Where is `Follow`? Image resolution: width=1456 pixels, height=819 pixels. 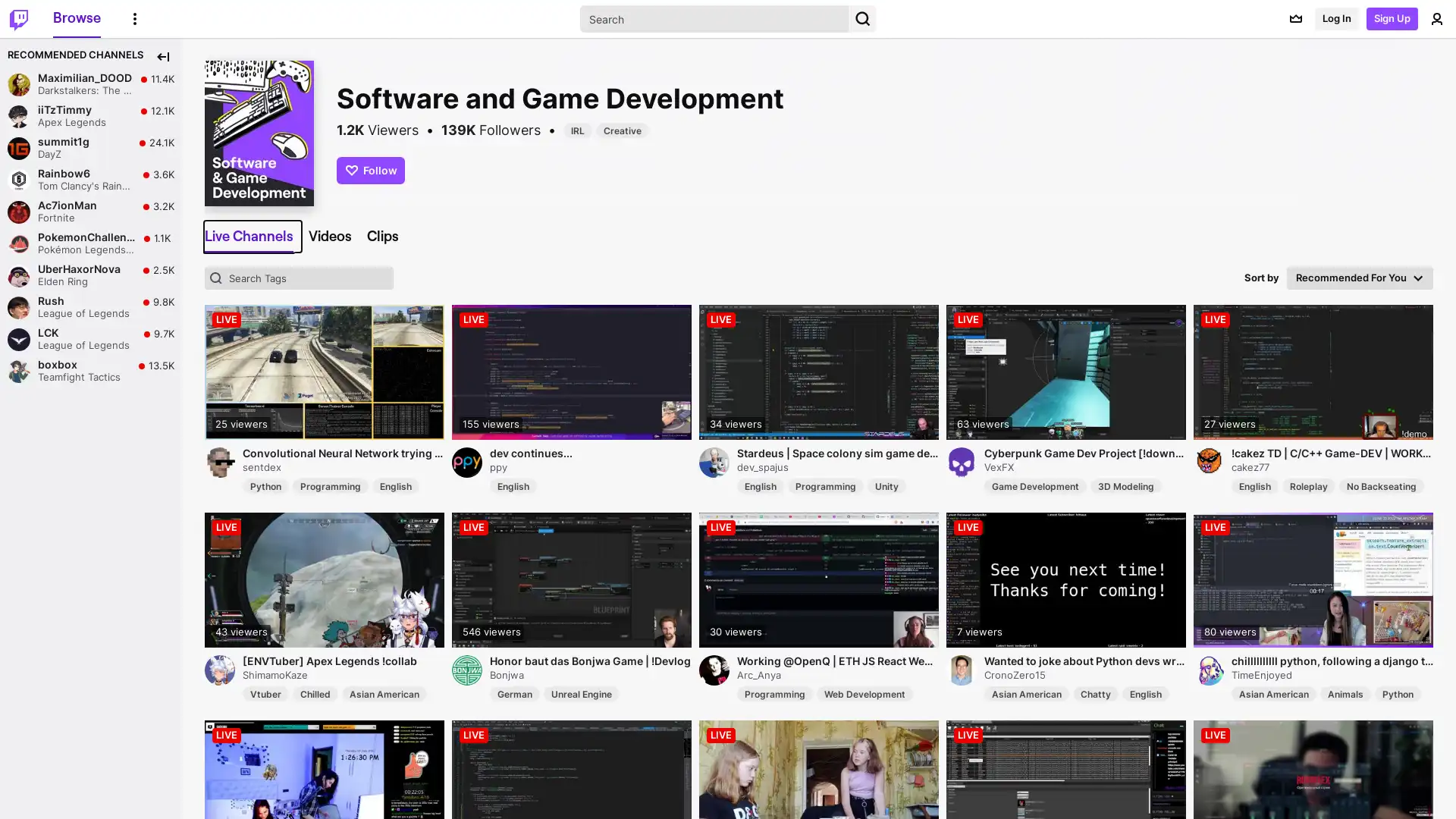
Follow is located at coordinates (371, 169).